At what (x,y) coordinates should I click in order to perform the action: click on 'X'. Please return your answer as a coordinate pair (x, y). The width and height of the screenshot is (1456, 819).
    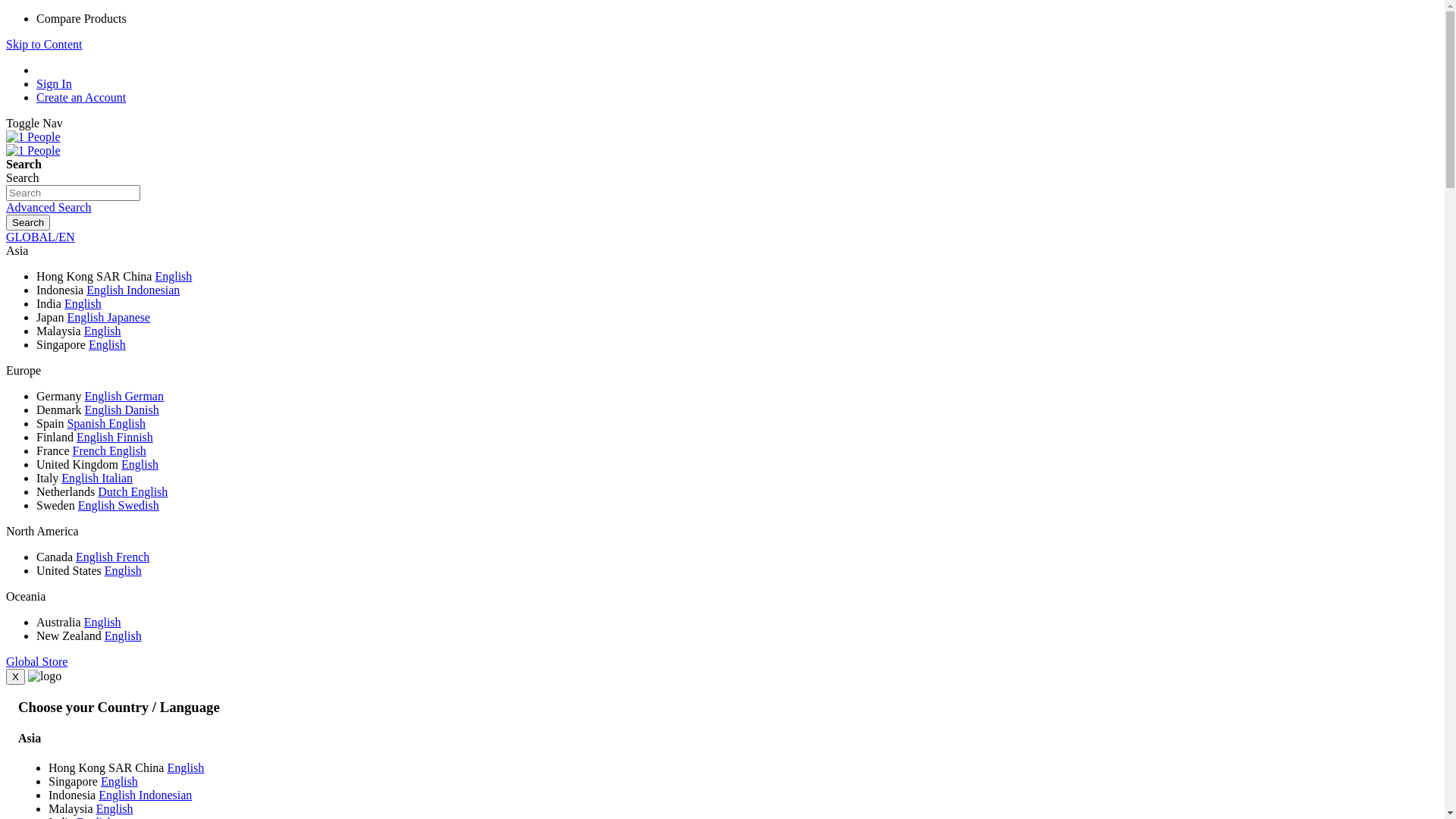
    Looking at the image, I should click on (15, 676).